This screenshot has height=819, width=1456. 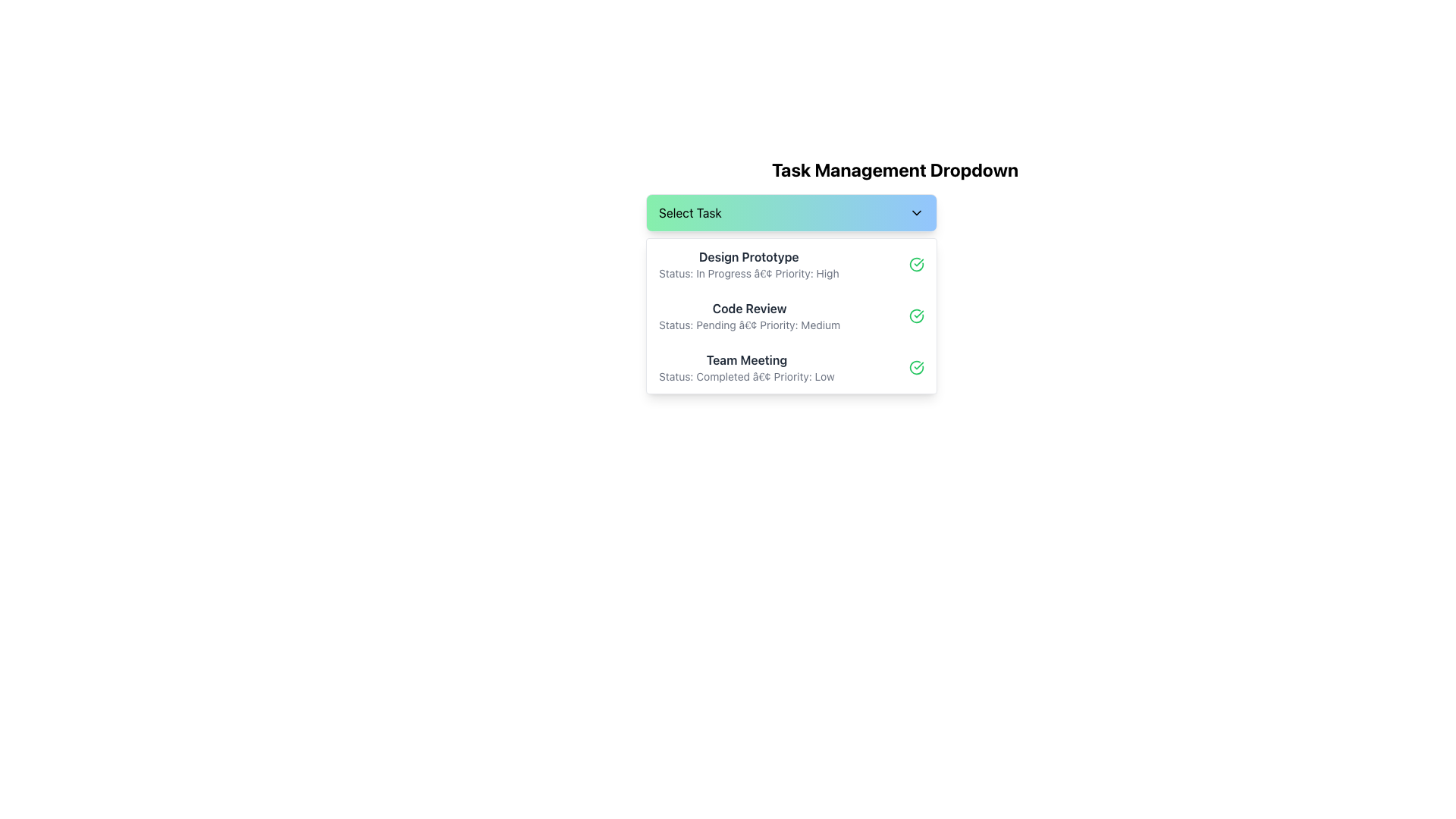 What do you see at coordinates (749, 308) in the screenshot?
I see `the 'Code Review' text label, which is the second item in the 'Task Management Dropdown'` at bounding box center [749, 308].